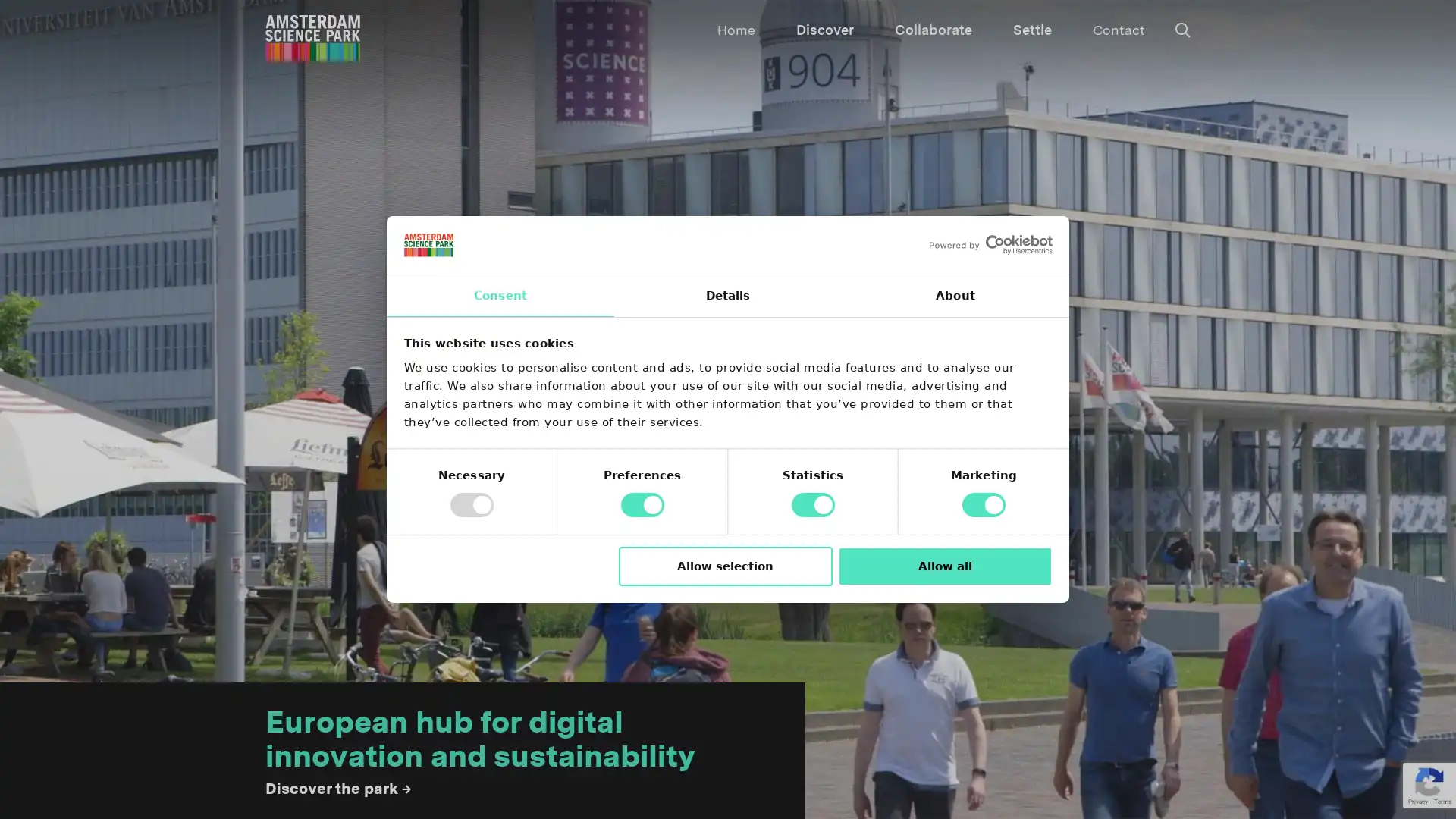 This screenshot has width=1456, height=819. What do you see at coordinates (723, 566) in the screenshot?
I see `Allow selection` at bounding box center [723, 566].